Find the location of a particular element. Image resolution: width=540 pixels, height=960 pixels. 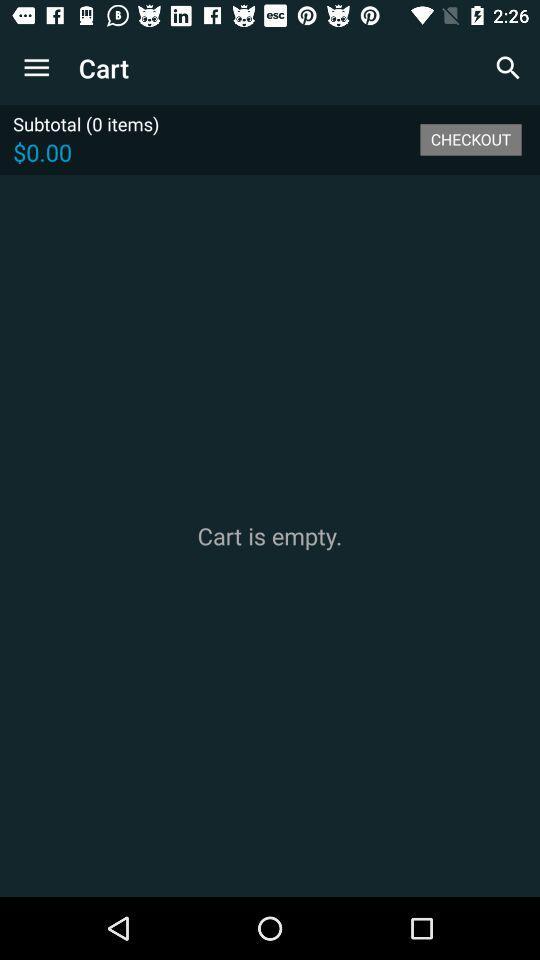

icon above the subtotal (0 items) item is located at coordinates (36, 68).